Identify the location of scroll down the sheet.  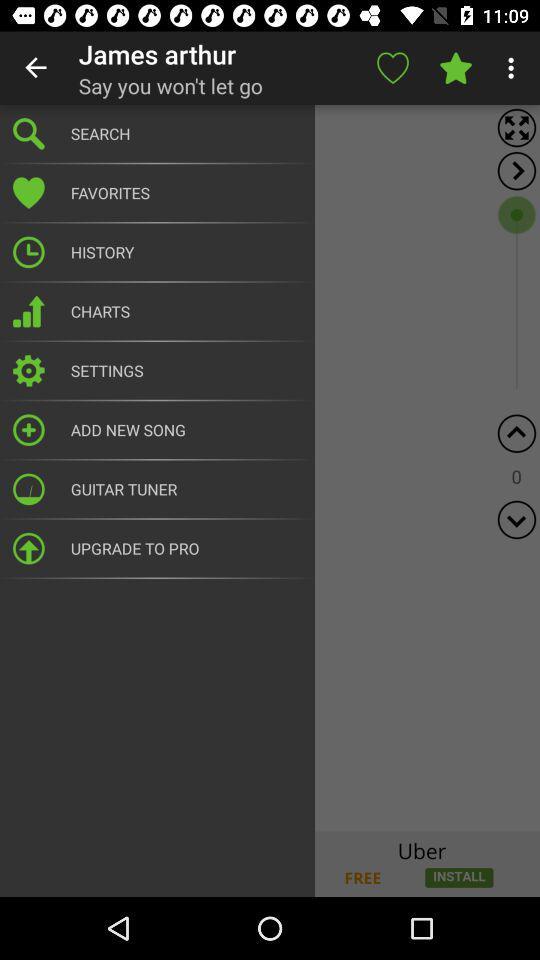
(516, 518).